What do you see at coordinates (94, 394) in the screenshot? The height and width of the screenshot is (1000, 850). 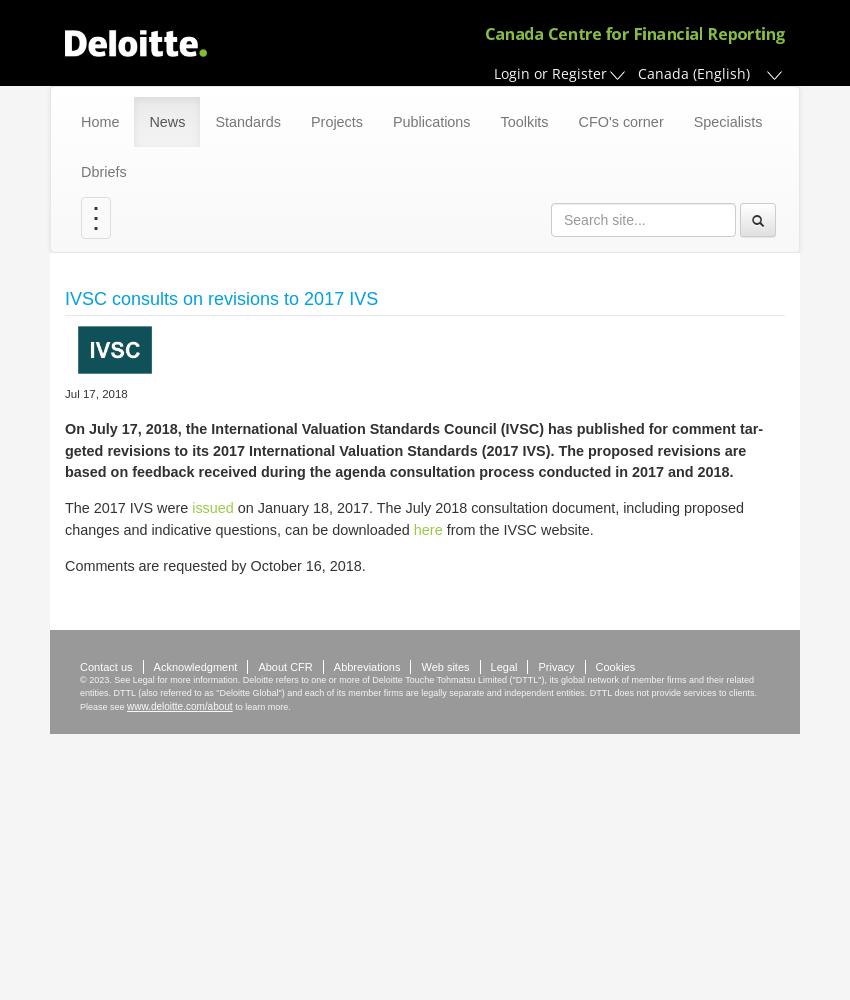 I see `'Jul 17, 2018'` at bounding box center [94, 394].